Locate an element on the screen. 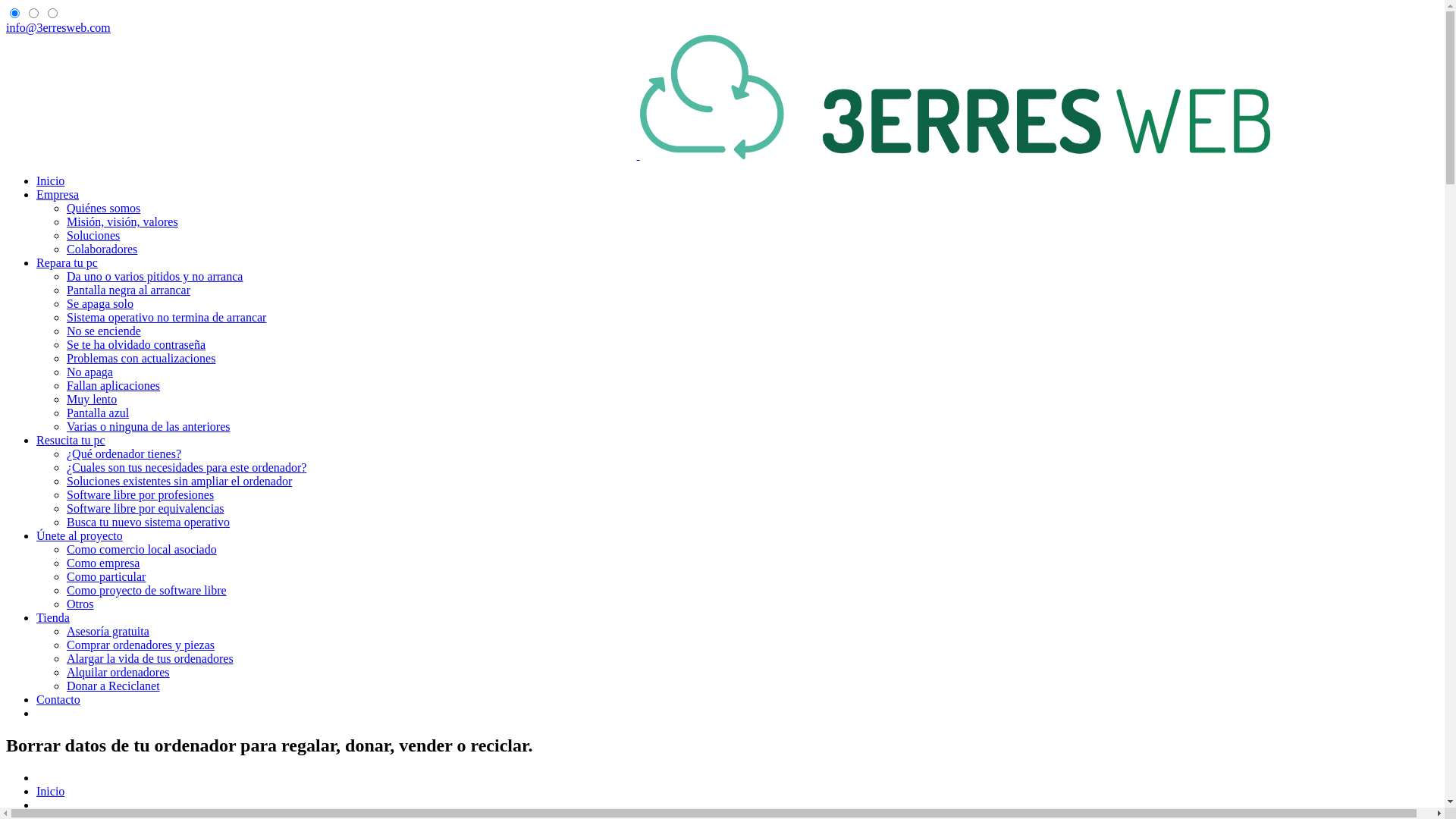 This screenshot has width=1456, height=819. 'No se enciende' is located at coordinates (103, 330).